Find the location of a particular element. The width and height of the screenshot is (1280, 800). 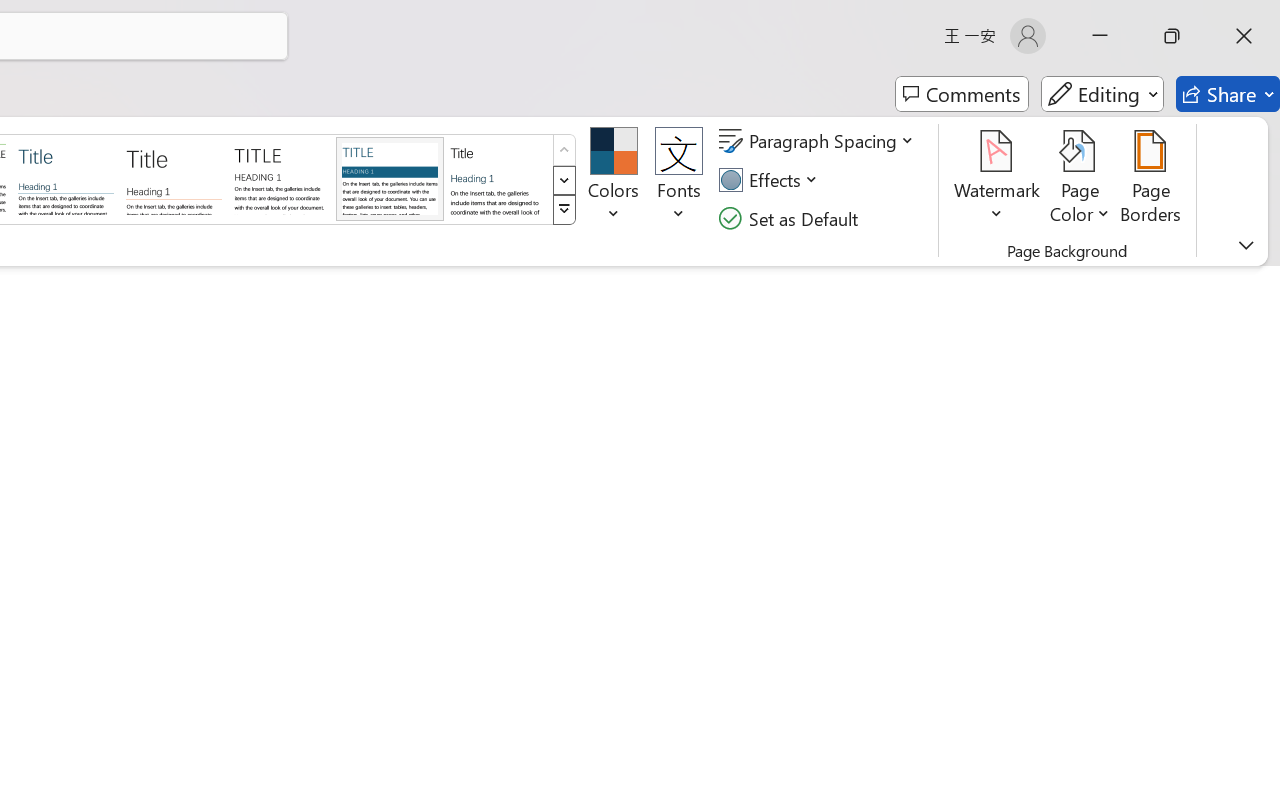

'Minimize' is located at coordinates (1099, 35).